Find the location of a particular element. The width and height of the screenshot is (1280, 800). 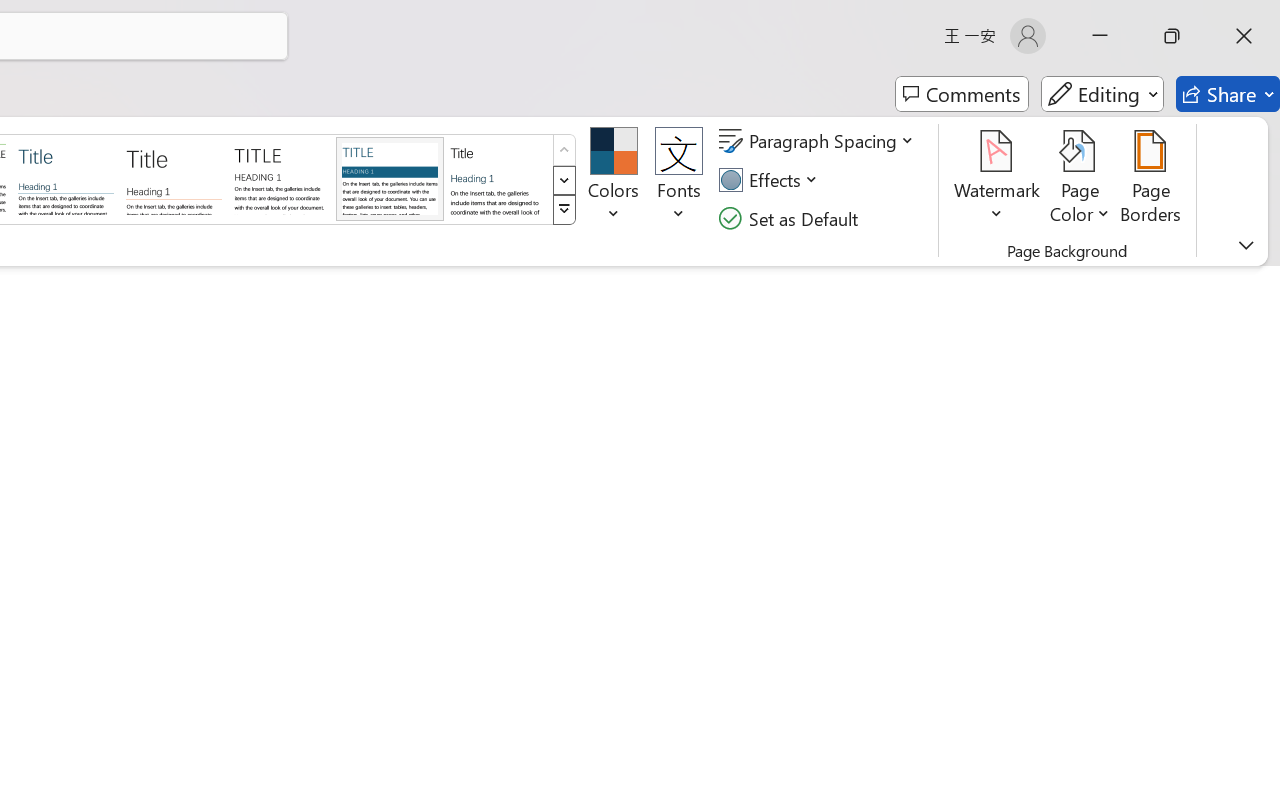

'Minimize' is located at coordinates (1099, 35).